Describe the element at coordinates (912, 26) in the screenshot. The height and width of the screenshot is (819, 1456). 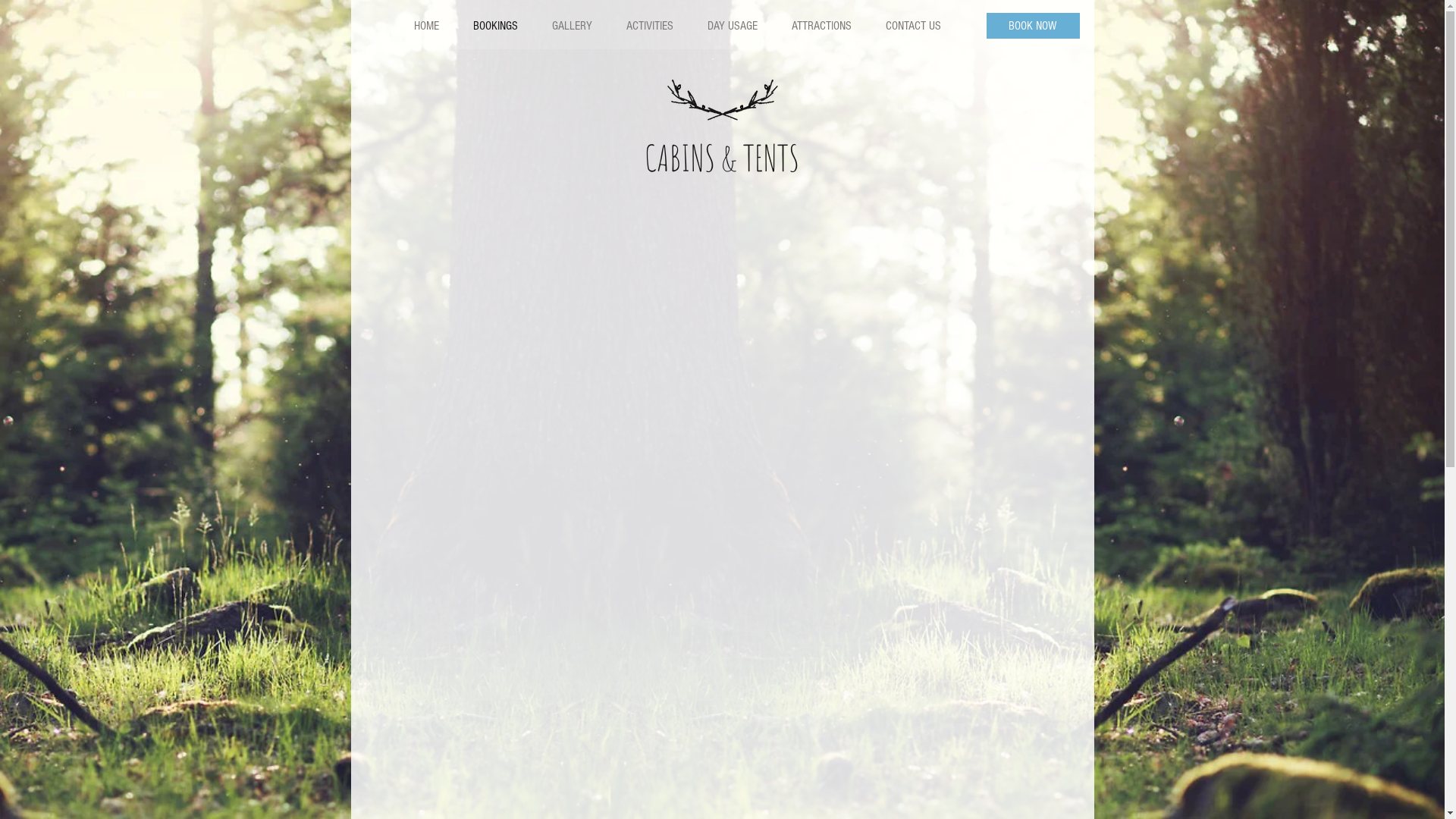
I see `'CONTACT US'` at that location.